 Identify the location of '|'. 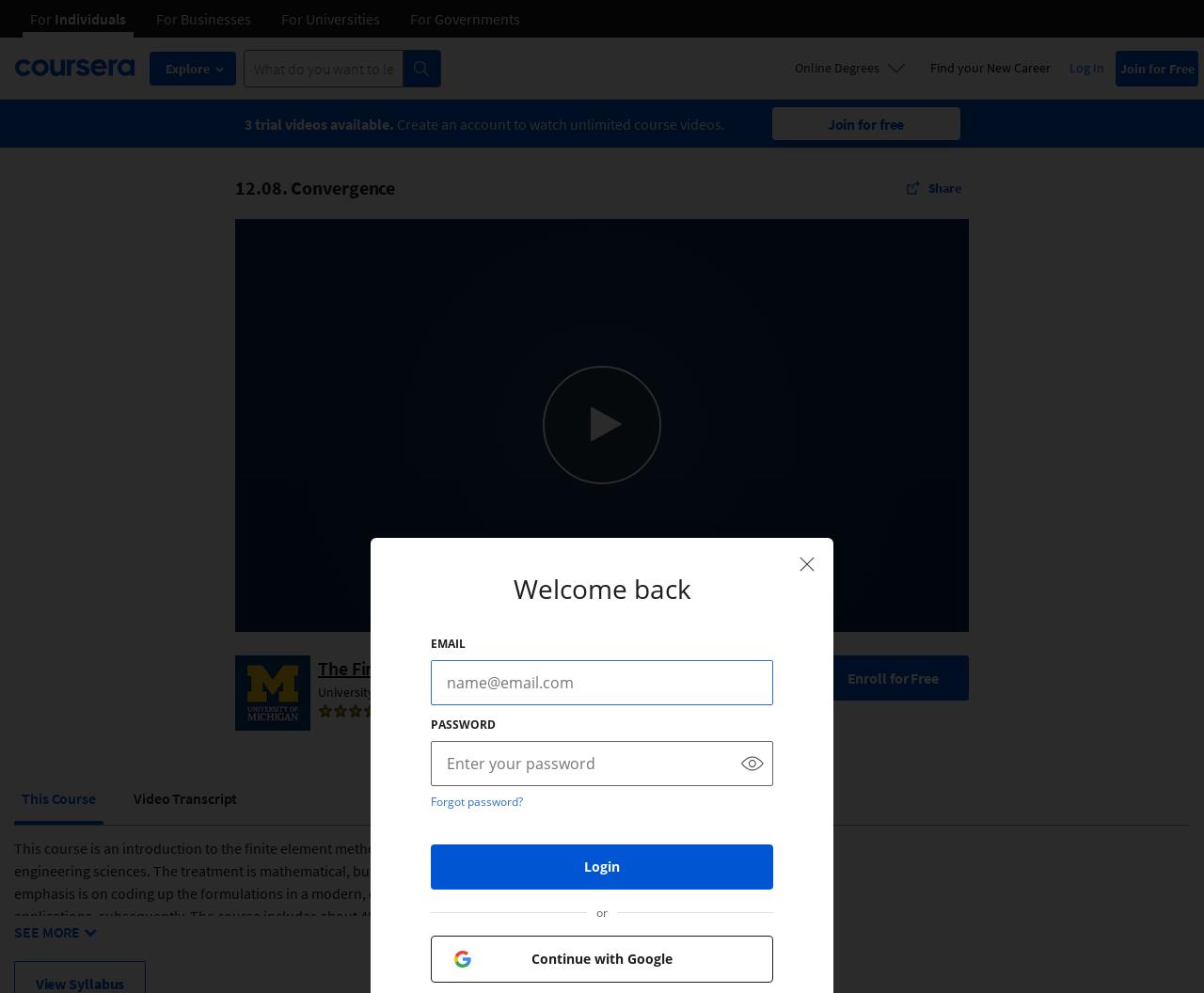
(488, 711).